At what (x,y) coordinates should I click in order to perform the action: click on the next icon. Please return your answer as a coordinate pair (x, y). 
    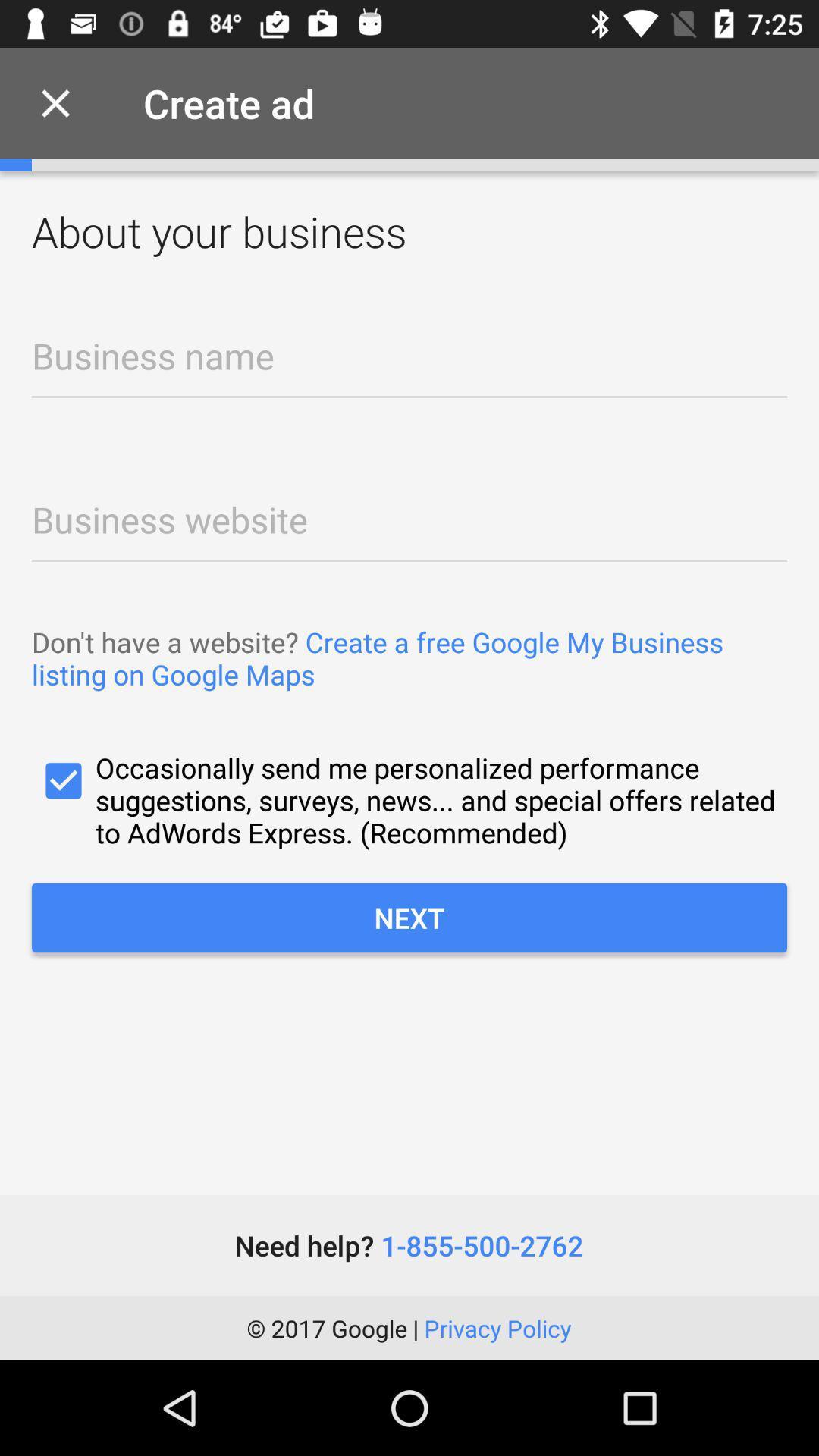
    Looking at the image, I should click on (409, 917).